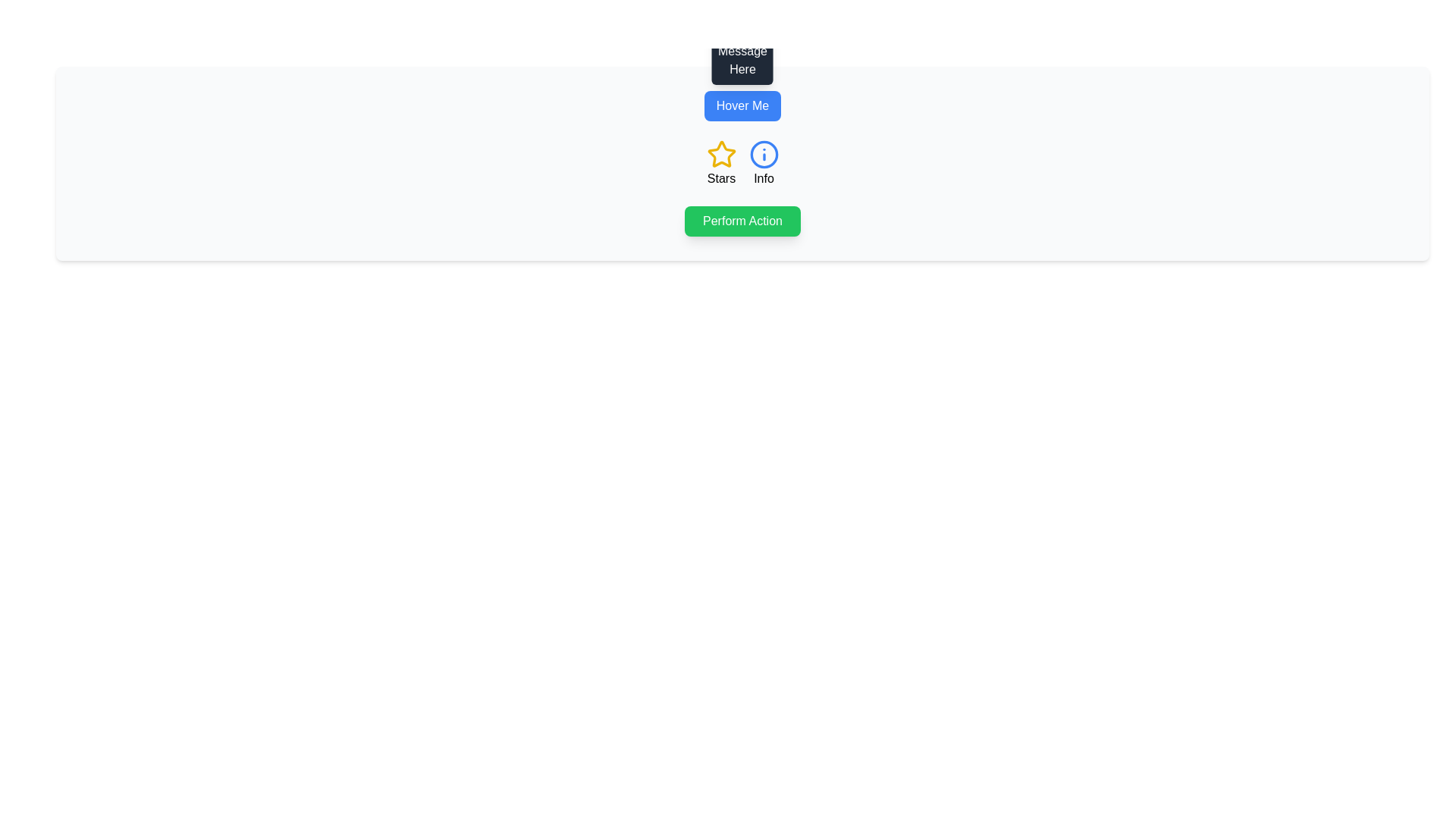 This screenshot has width=1456, height=819. What do you see at coordinates (720, 154) in the screenshot?
I see `the star icon used to convey a rating, favorite, or related feature, which is positioned to the left of an information button and below a blue 'Hover Me' button` at bounding box center [720, 154].